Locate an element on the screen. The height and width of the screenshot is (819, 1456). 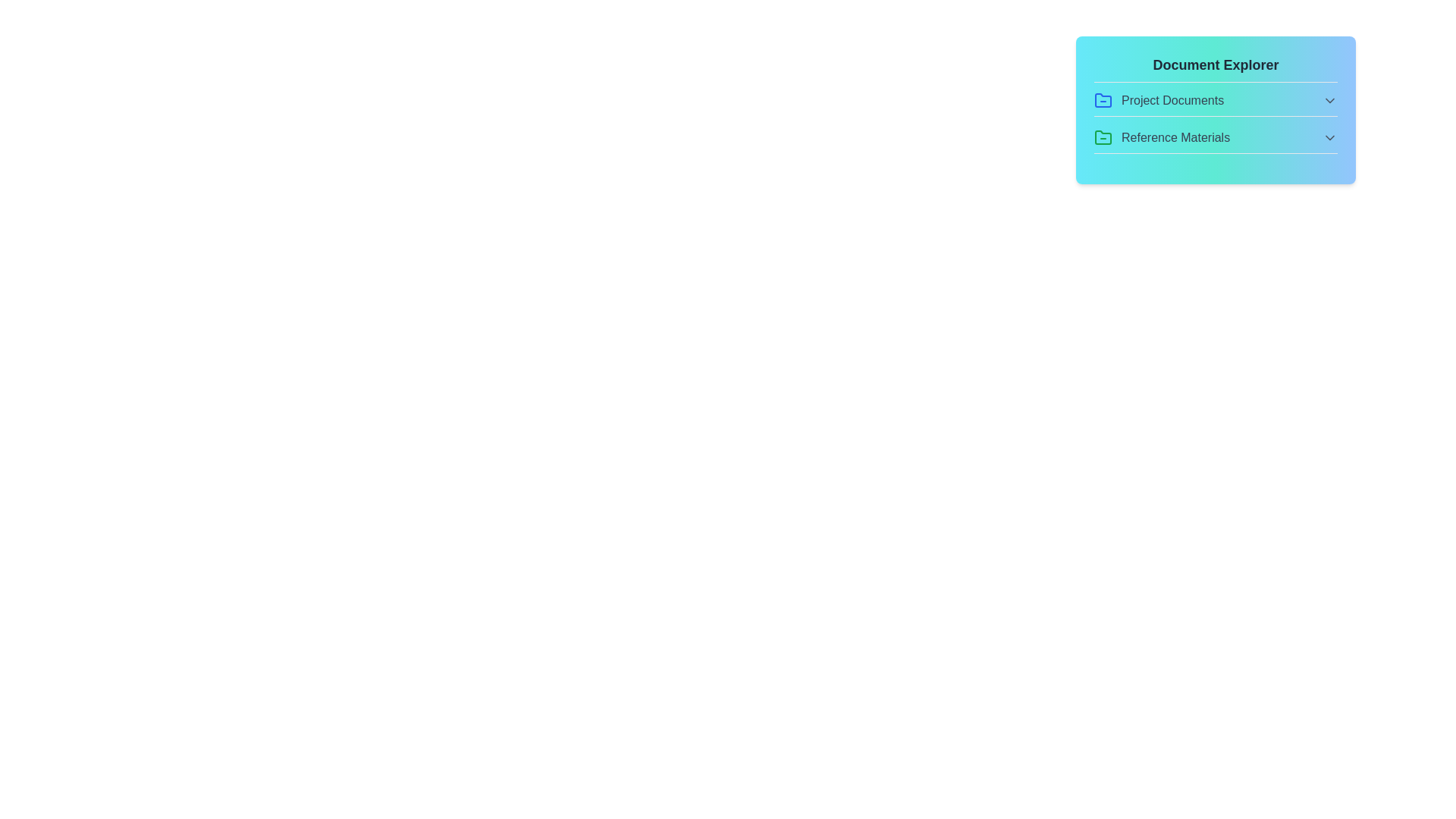
the file API_Guidelines.pdf from the section Project Documents is located at coordinates (1216, 103).